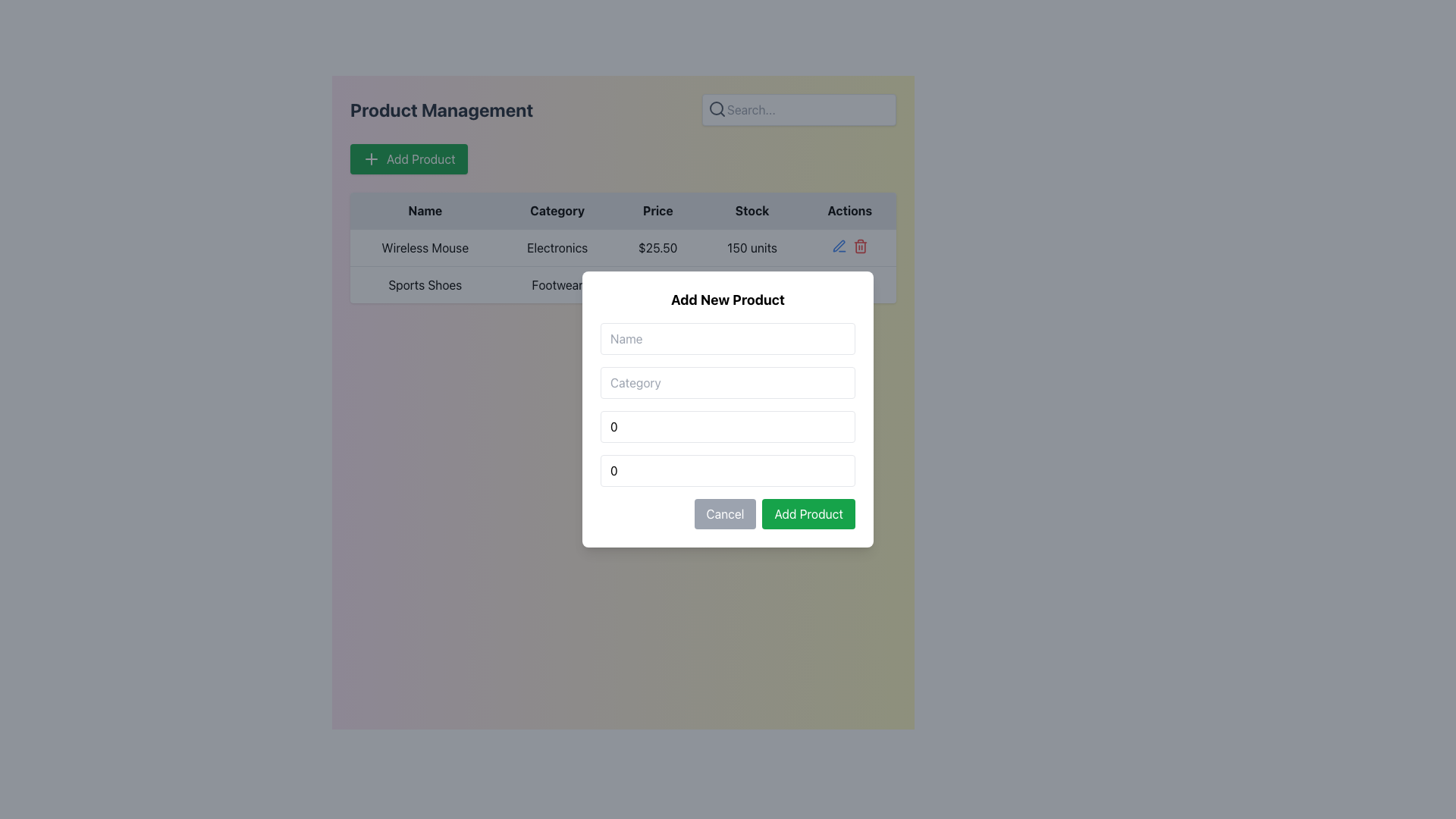 This screenshot has height=819, width=1456. I want to click on the green 'Add Product' button that contains the icon to initiate the process of adding a new product, so click(371, 158).